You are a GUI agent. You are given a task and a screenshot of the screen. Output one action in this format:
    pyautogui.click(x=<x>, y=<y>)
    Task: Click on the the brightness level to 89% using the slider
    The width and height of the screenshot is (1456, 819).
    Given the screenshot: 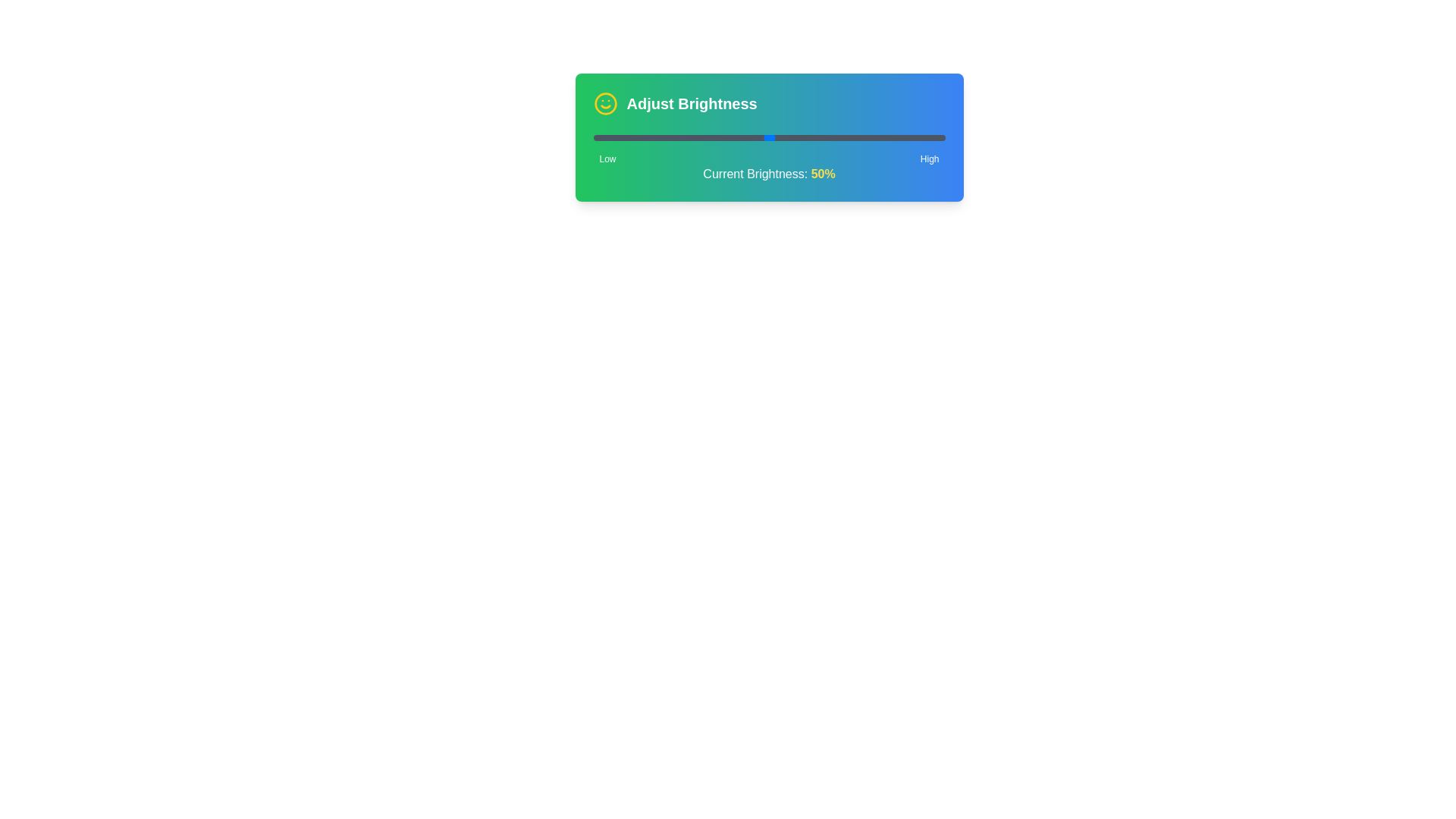 What is the action you would take?
    pyautogui.click(x=906, y=137)
    